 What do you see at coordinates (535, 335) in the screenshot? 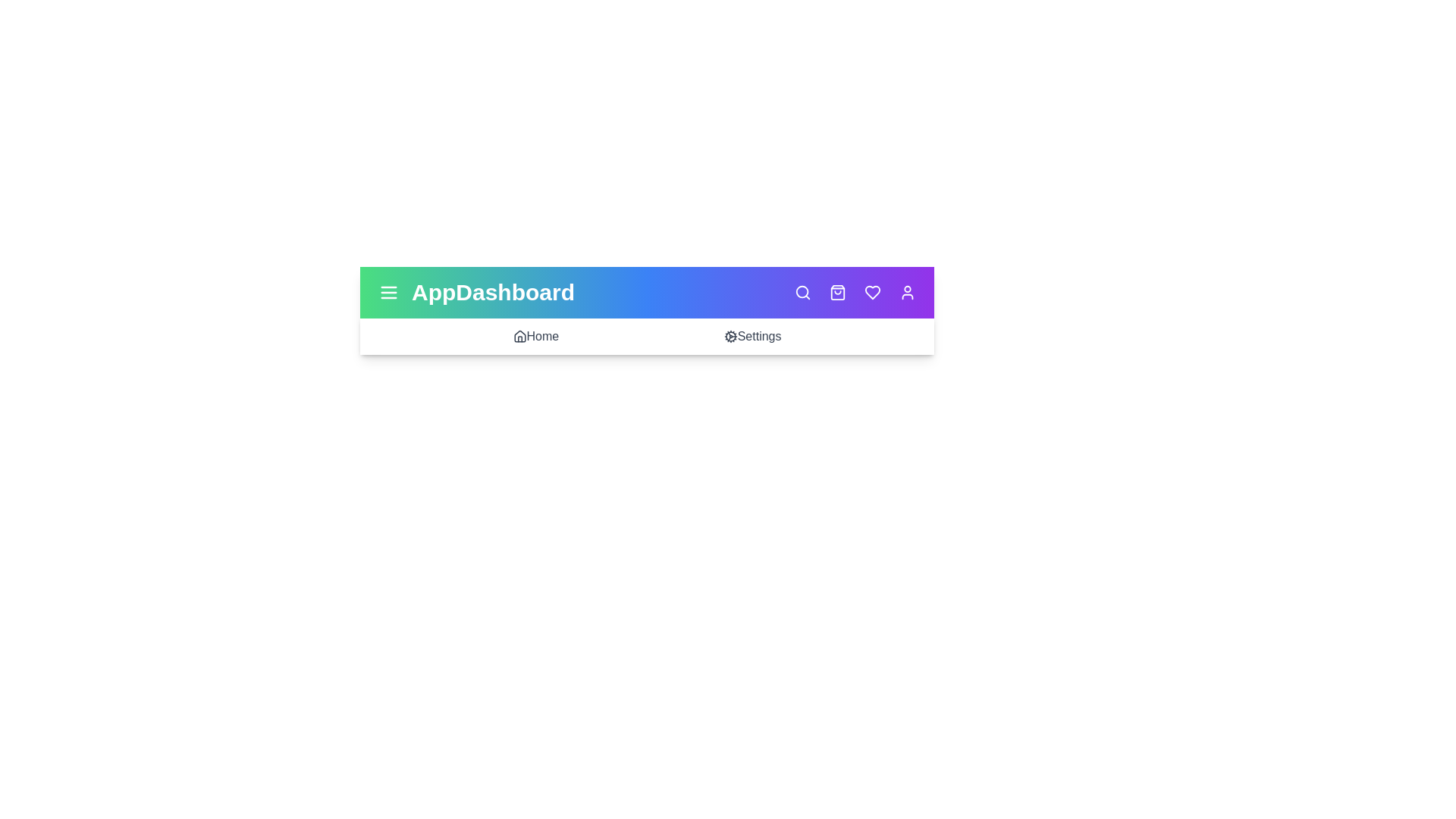
I see `the Home item in the navigation menu to navigate to the Home section` at bounding box center [535, 335].